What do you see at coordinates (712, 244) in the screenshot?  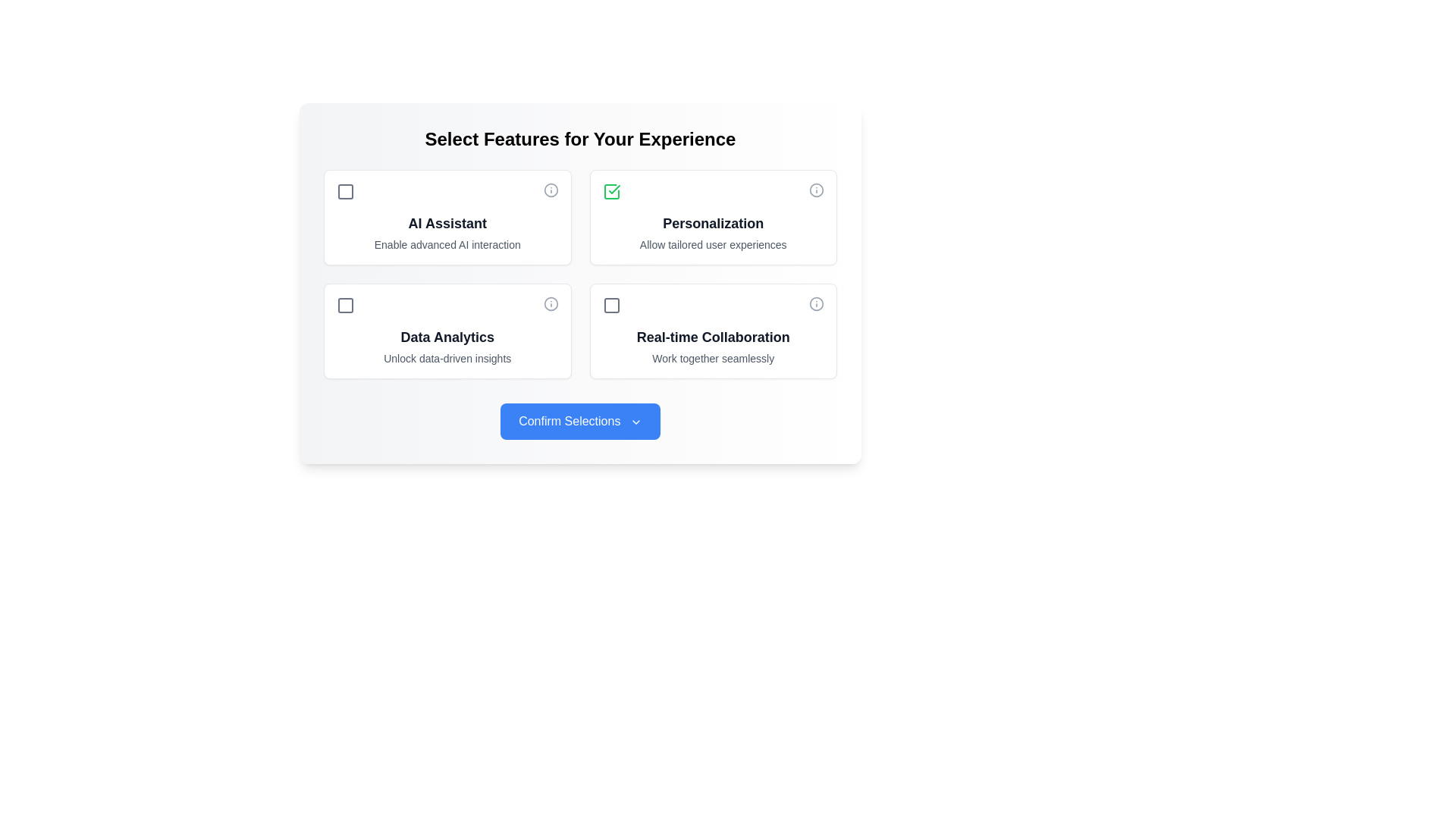 I see `the Text Label that provides descriptive information about the 'Personalization' feature, located beneath the 'Personalization' title` at bounding box center [712, 244].